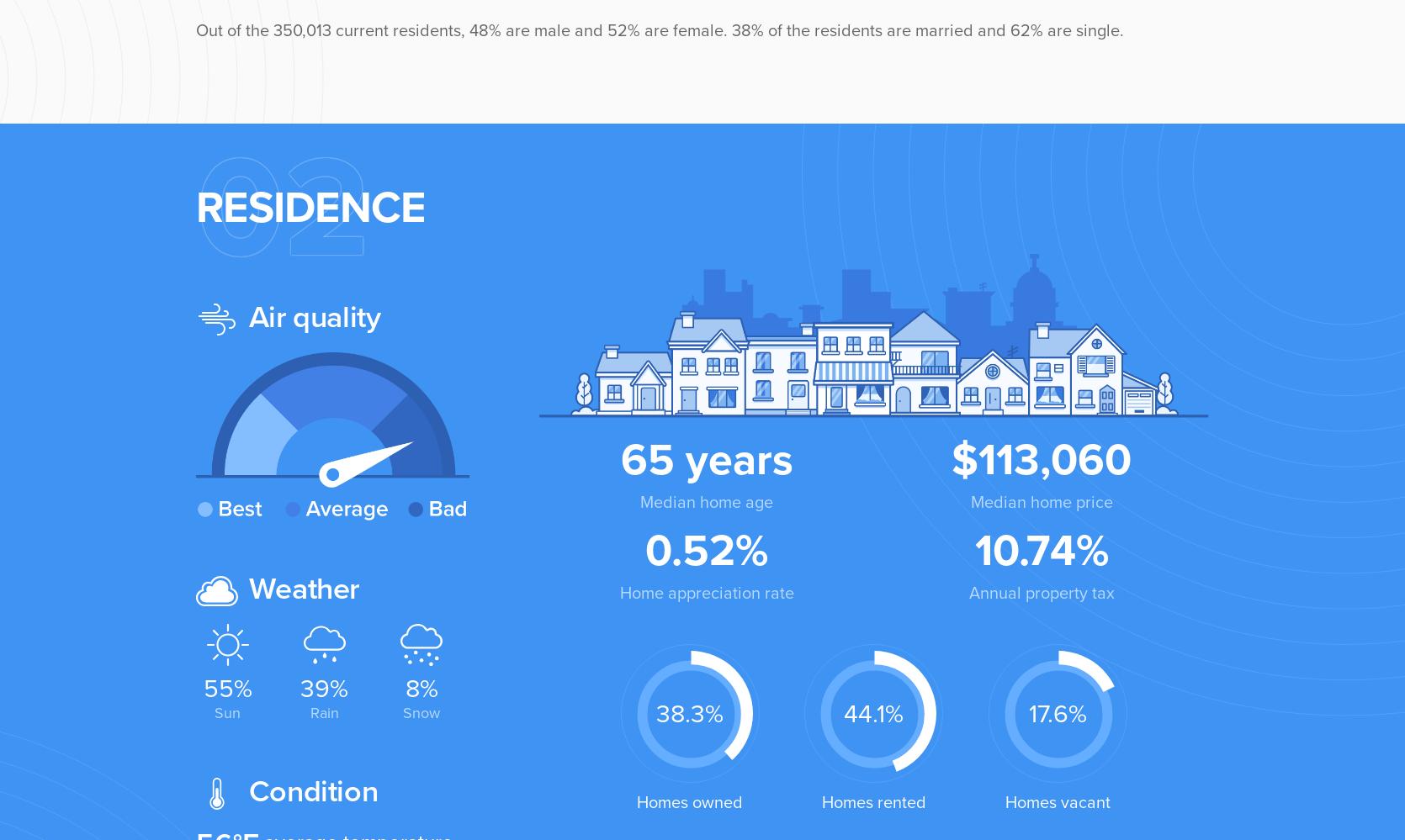 This screenshot has height=840, width=1405. I want to click on 'Homes rented', so click(819, 801).